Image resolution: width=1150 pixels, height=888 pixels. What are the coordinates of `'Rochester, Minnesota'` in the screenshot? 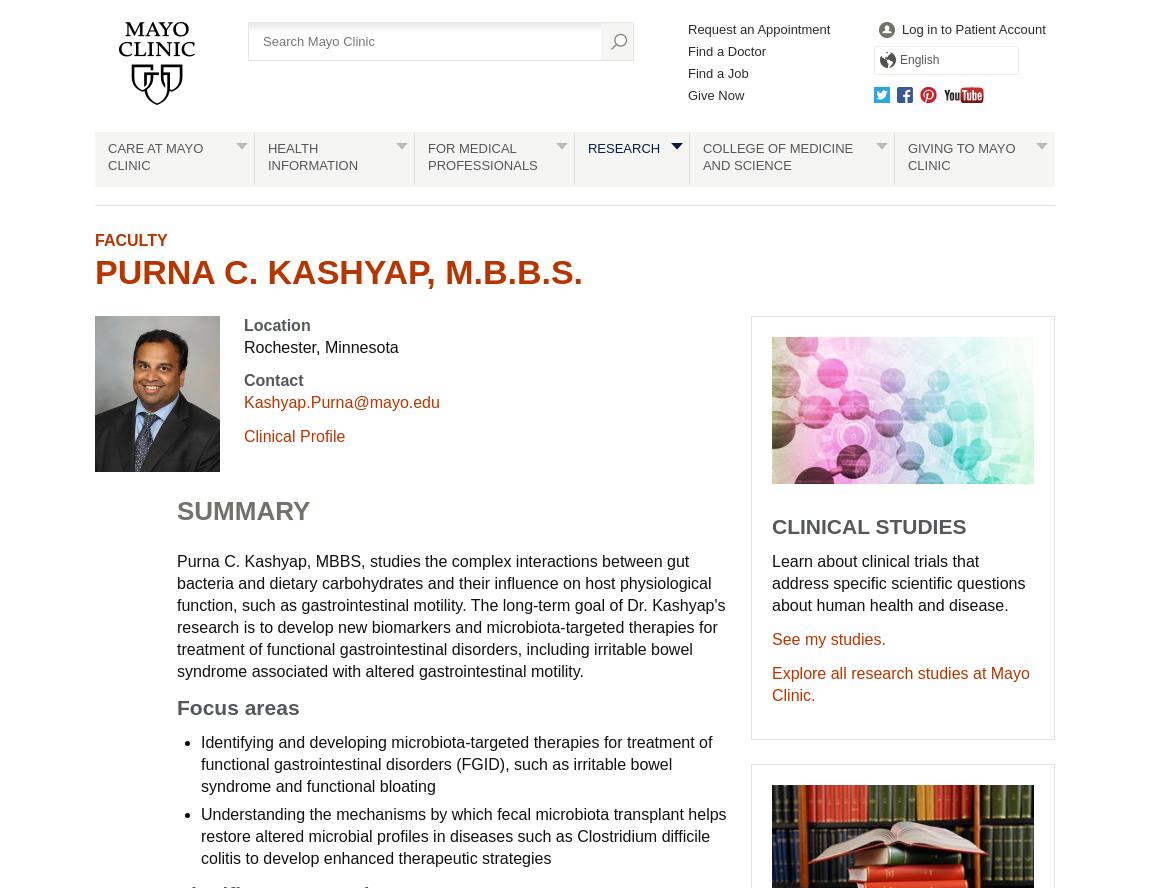 It's located at (320, 346).